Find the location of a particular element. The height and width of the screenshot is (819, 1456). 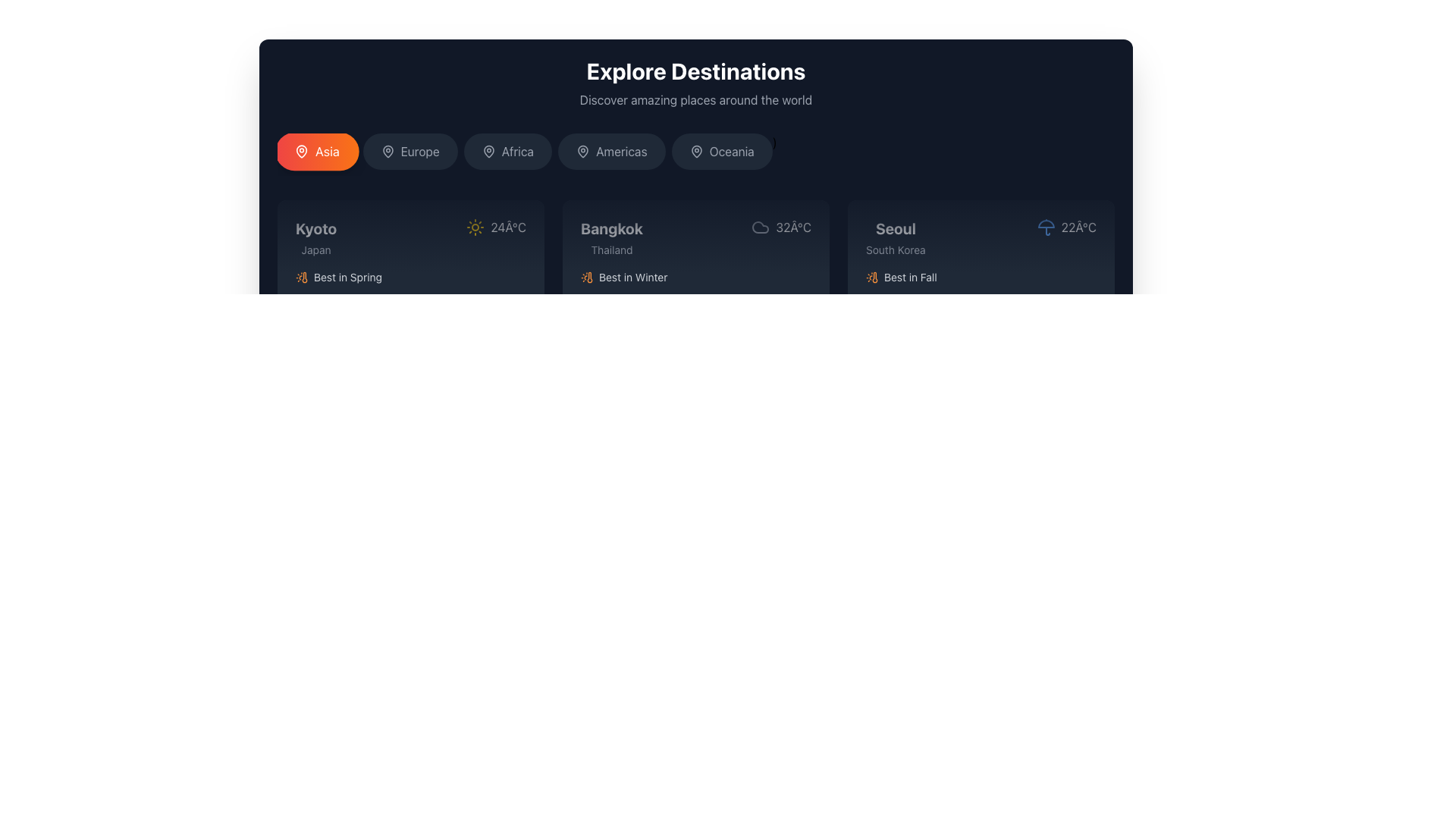

the Information Card displaying details about Bangkok, which is the second card in a row of similar cards, positioned between the 'Kyoto' card on the left and the 'Seoul' card on the right is located at coordinates (695, 284).